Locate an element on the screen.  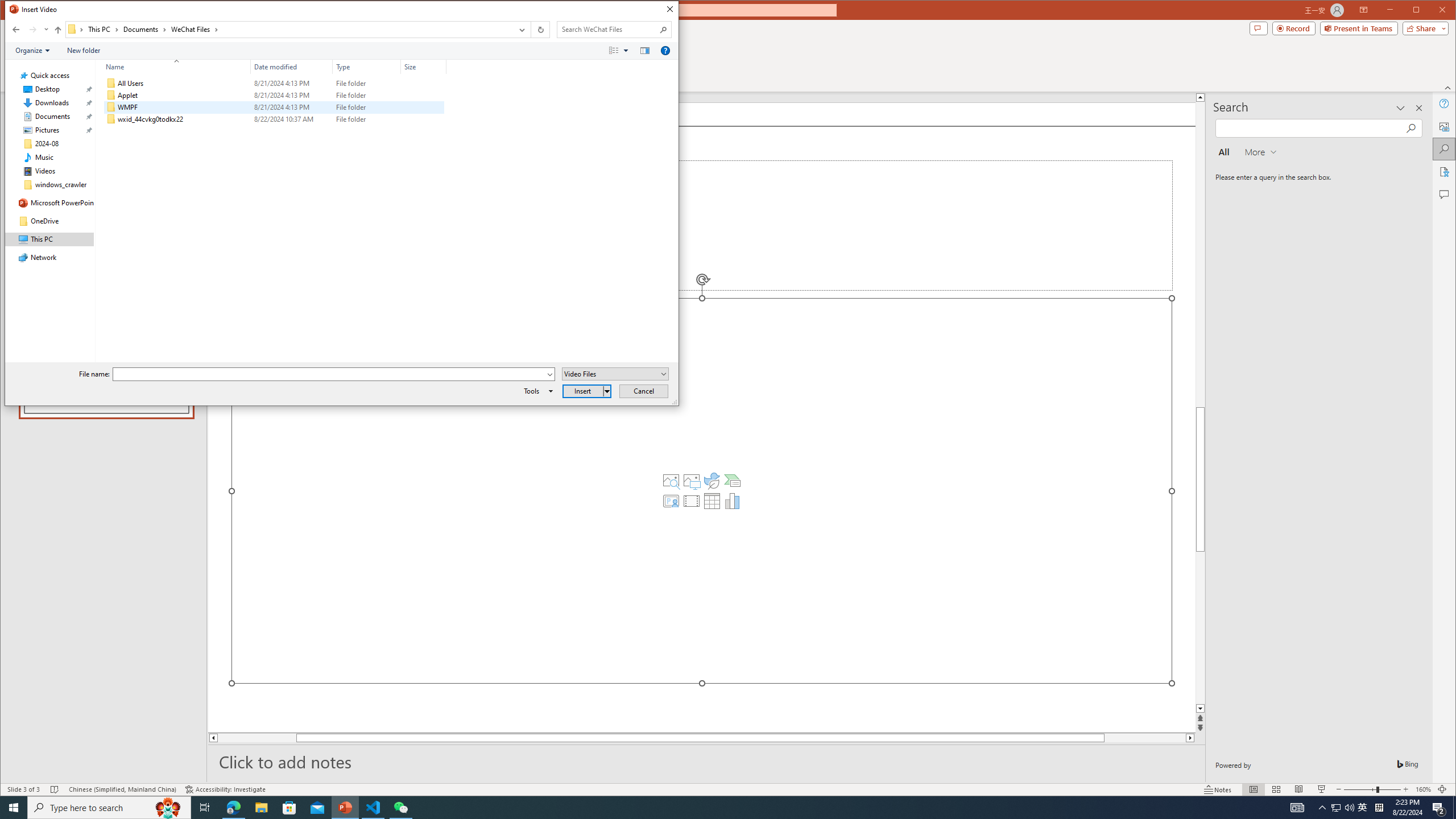
'File name:' is located at coordinates (329, 374).